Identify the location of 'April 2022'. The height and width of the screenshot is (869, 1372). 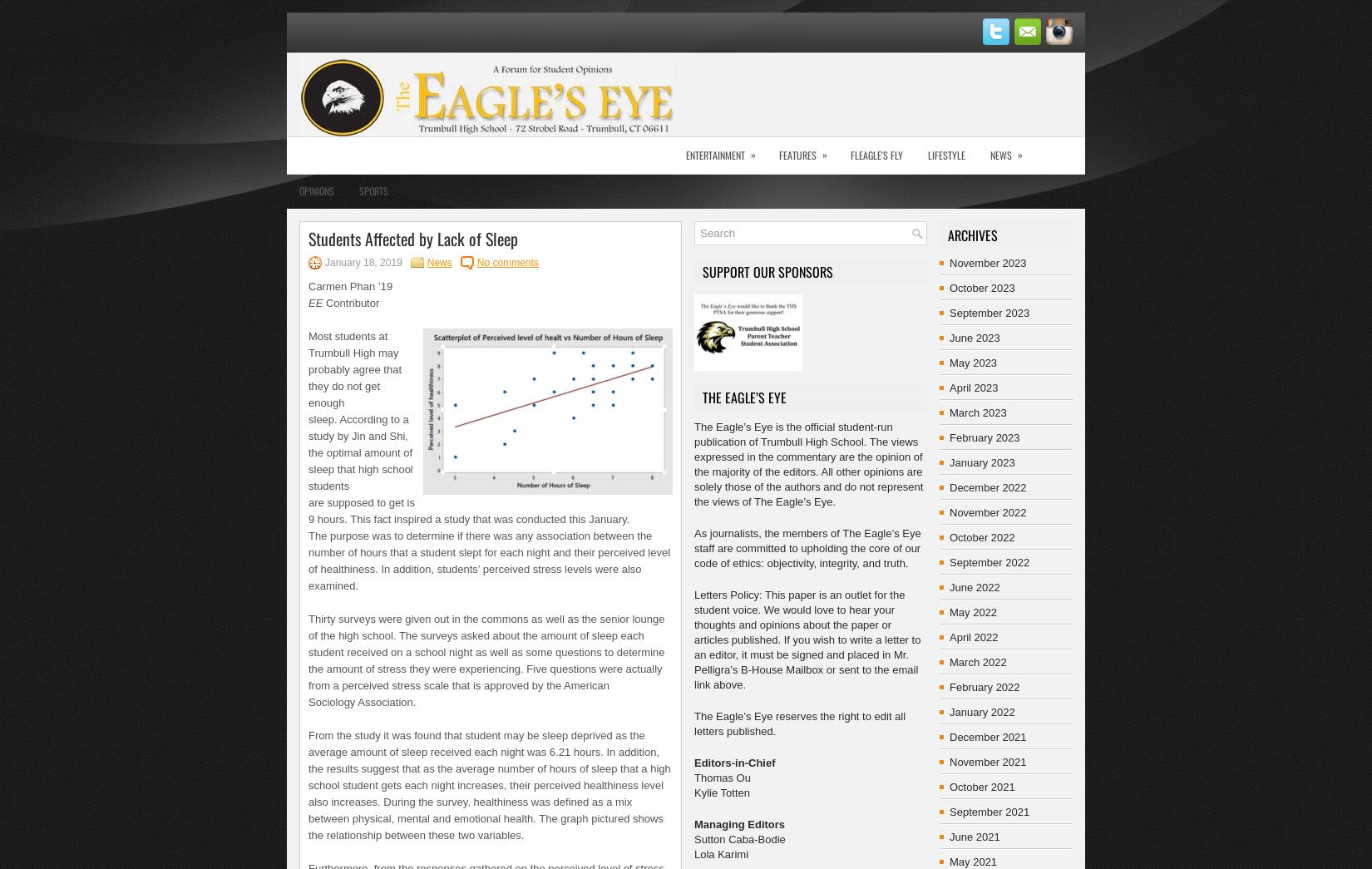
(949, 637).